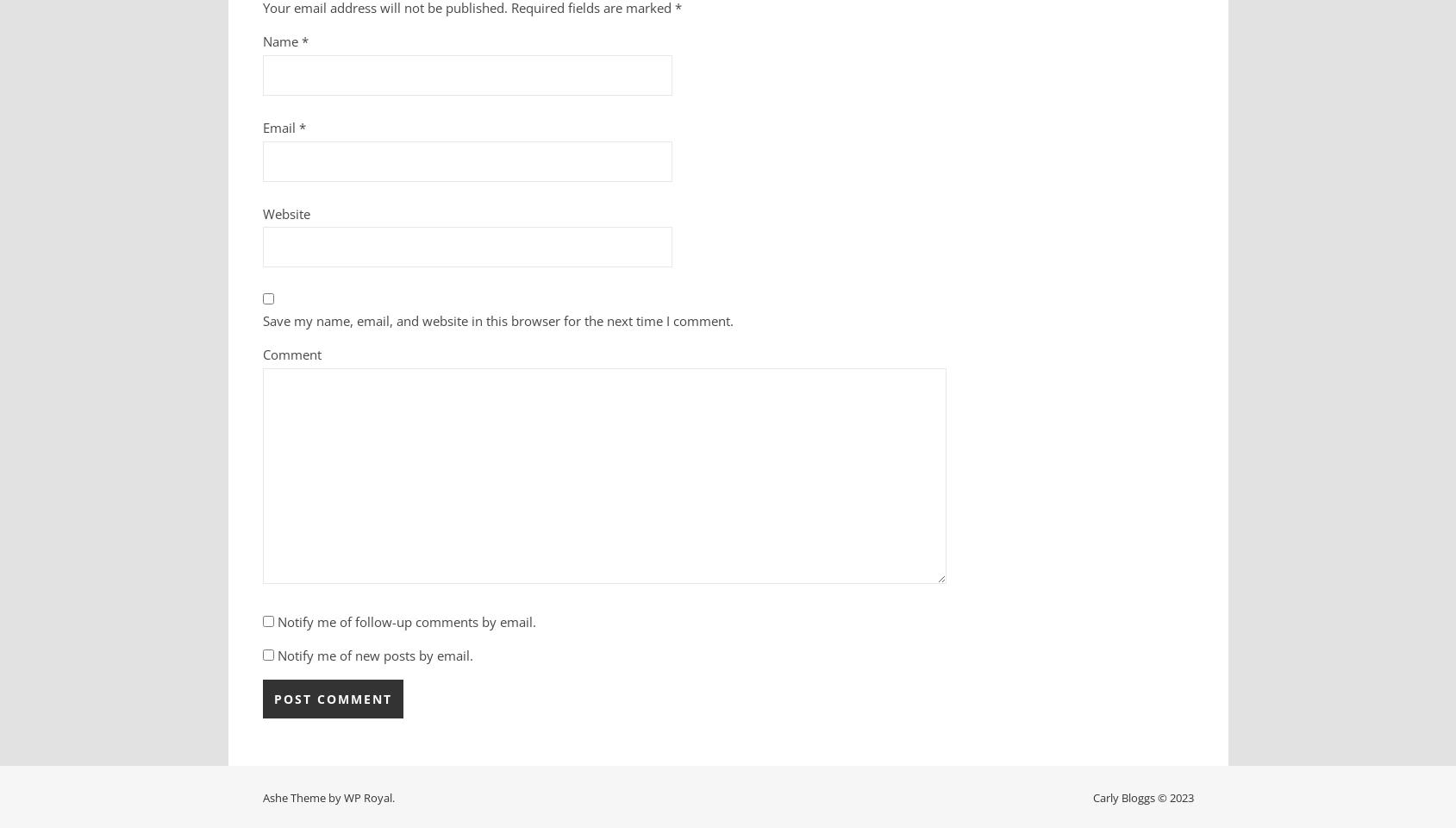 Image resolution: width=1456 pixels, height=828 pixels. I want to click on 'WP Royal', so click(366, 797).